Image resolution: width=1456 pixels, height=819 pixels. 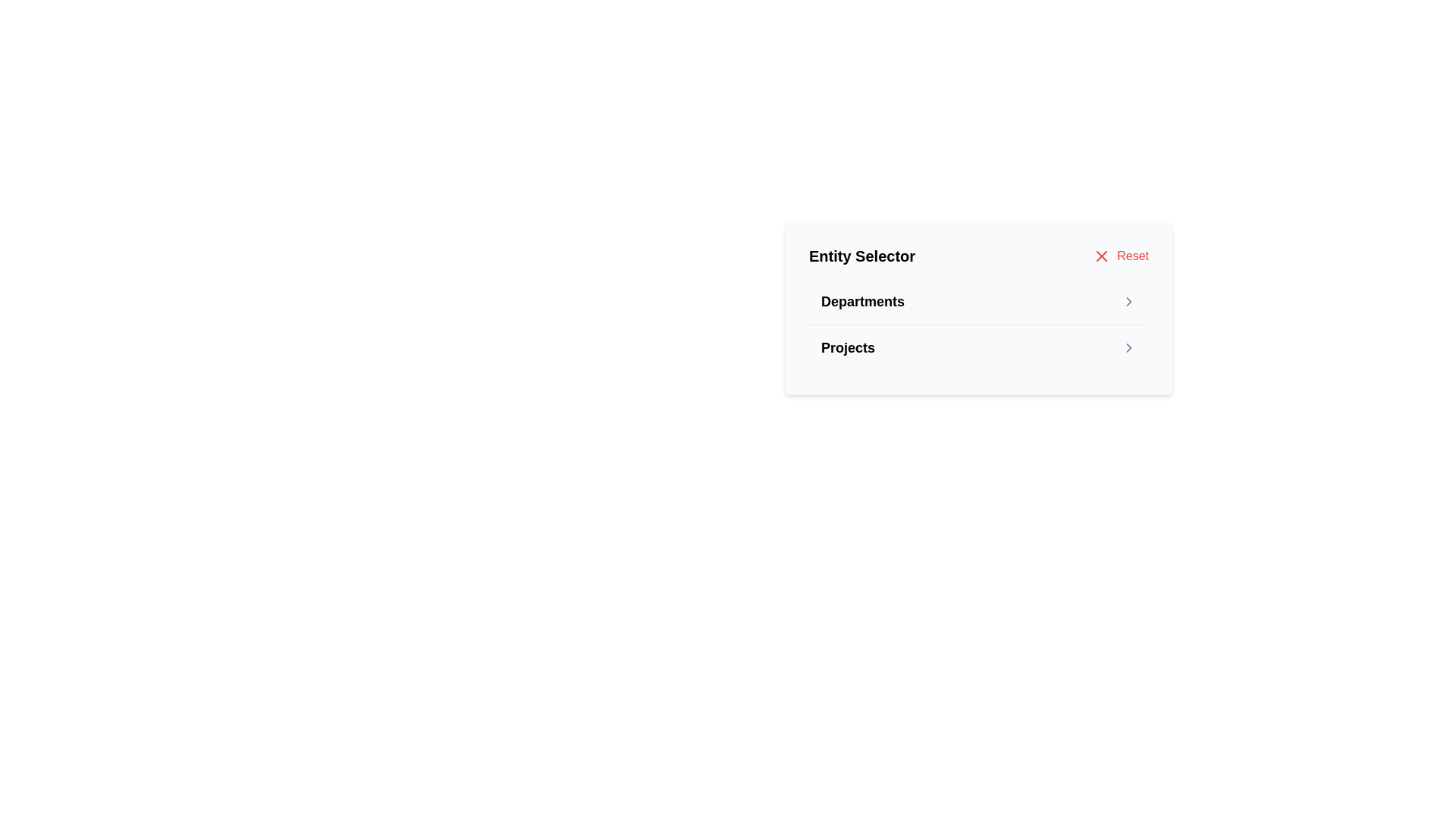 What do you see at coordinates (1102, 256) in the screenshot?
I see `the cancellation icon located at the top-right corner of the interface` at bounding box center [1102, 256].